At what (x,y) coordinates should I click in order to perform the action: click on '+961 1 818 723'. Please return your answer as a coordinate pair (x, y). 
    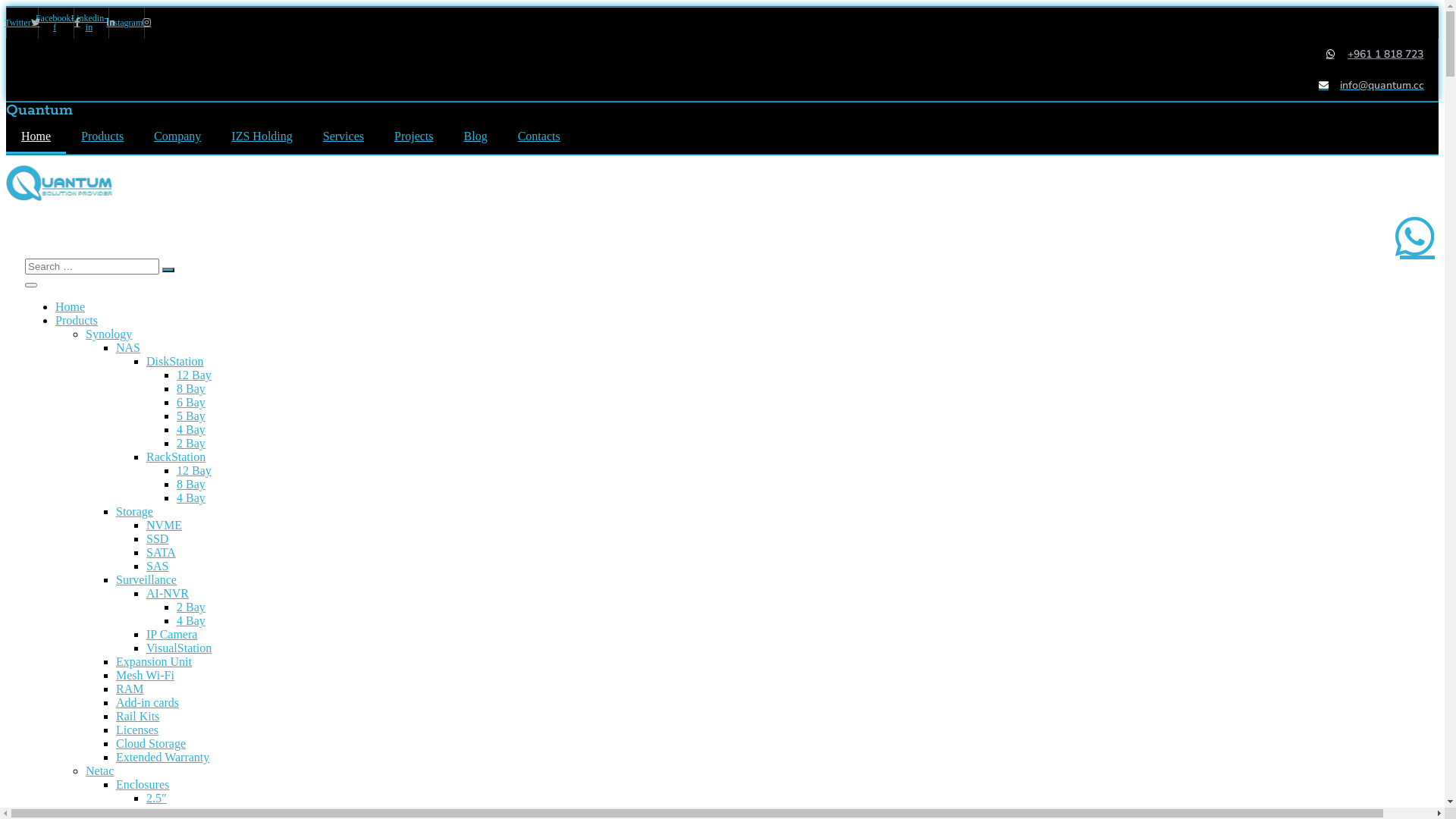
    Looking at the image, I should click on (714, 53).